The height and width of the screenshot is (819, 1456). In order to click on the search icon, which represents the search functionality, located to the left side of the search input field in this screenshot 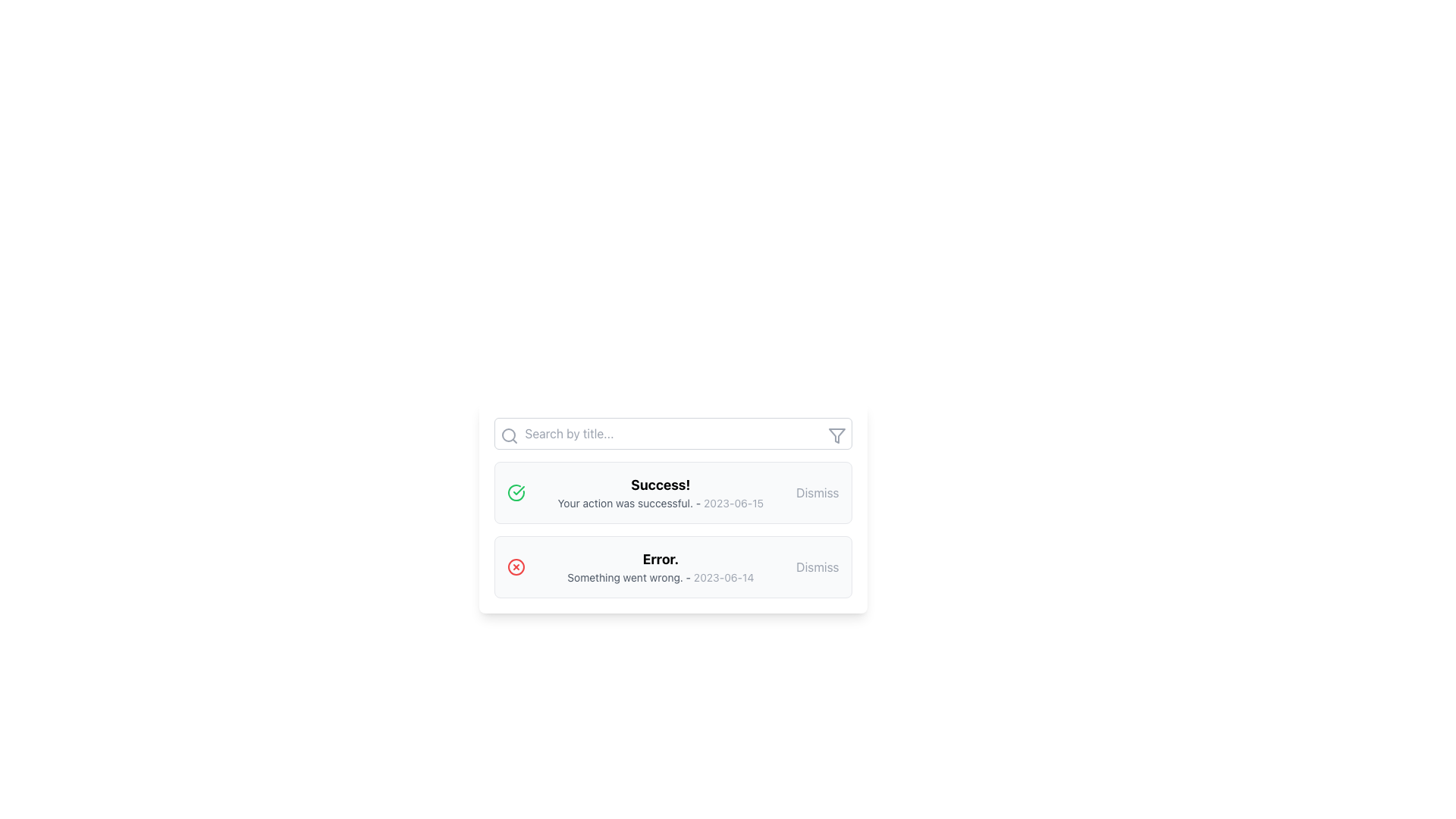, I will do `click(509, 435)`.